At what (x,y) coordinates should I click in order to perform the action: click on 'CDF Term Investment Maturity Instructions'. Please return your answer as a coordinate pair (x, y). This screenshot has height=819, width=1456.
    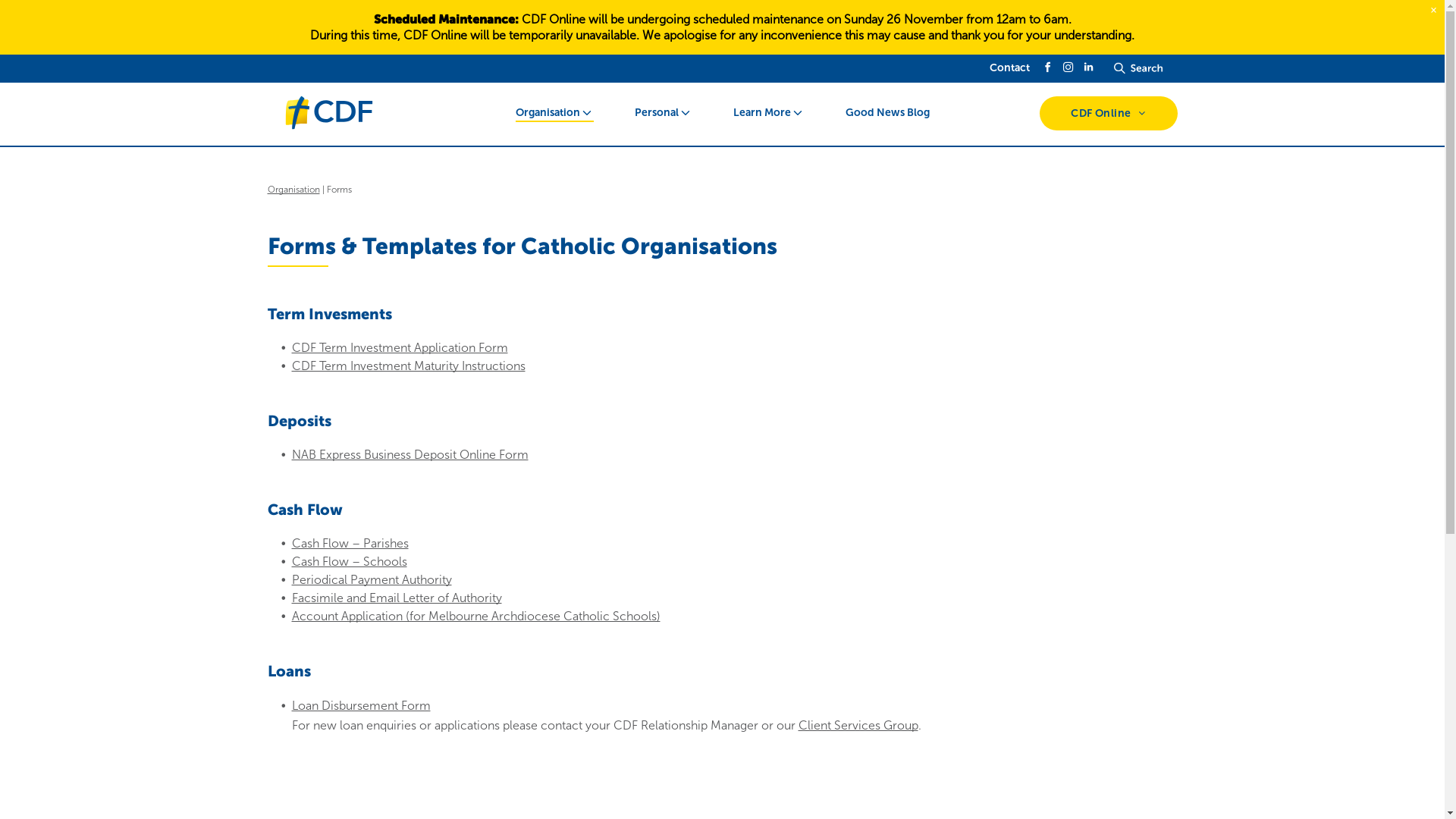
    Looking at the image, I should click on (407, 366).